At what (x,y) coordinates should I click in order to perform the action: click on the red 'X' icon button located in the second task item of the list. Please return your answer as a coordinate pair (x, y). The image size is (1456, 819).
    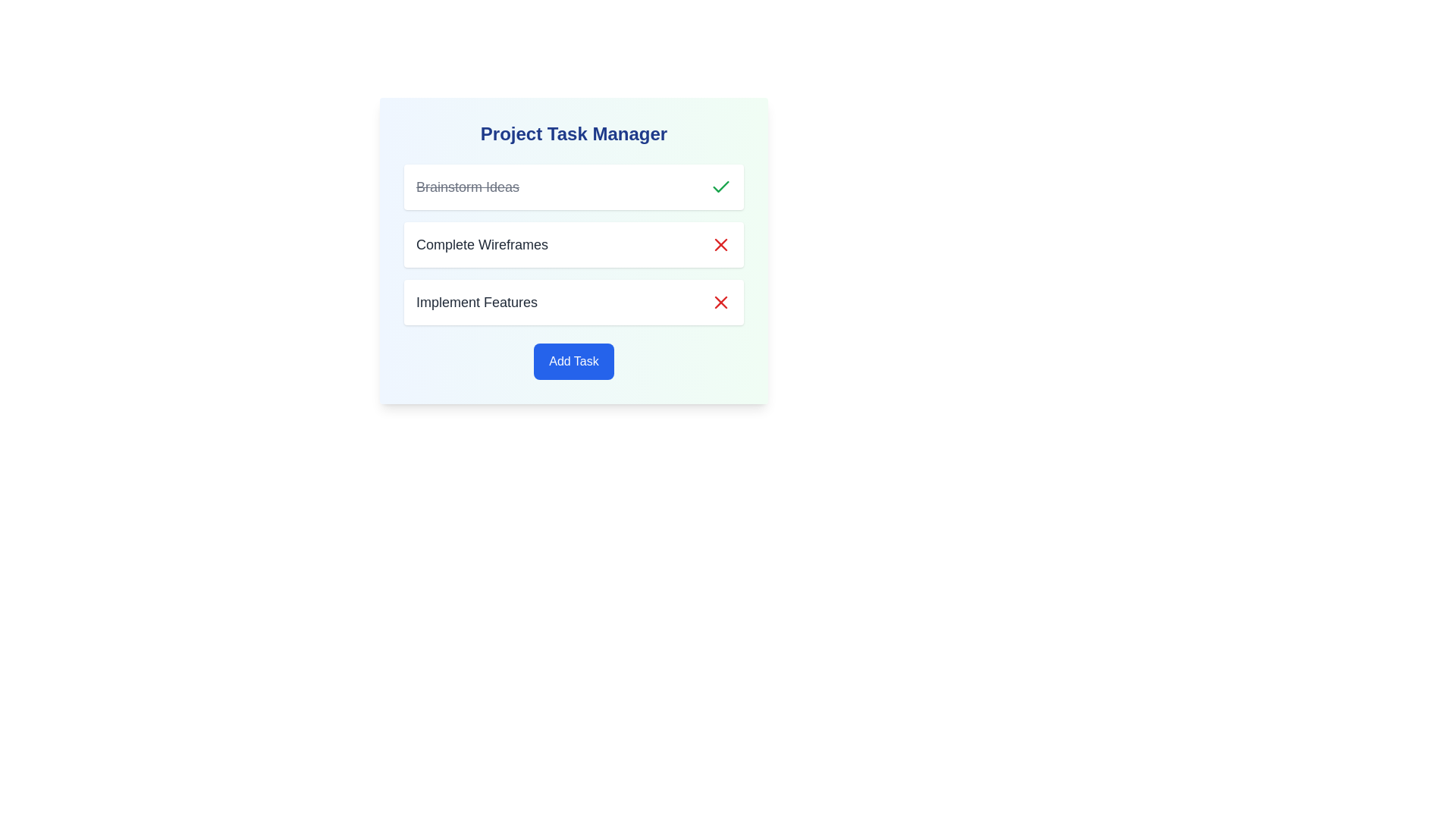
    Looking at the image, I should click on (720, 302).